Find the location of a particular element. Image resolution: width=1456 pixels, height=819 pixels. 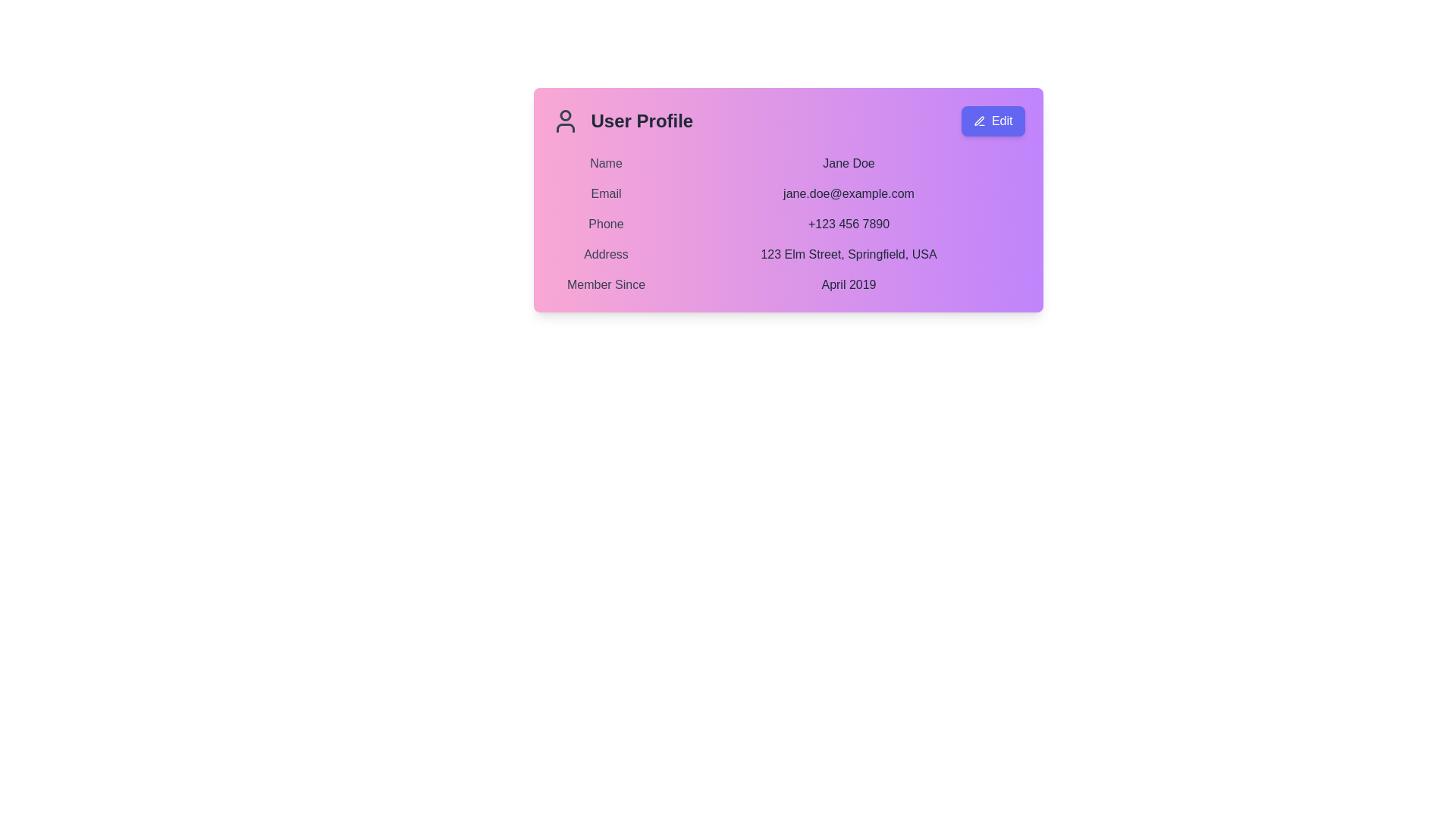

the static text display showing the user's email address, located in the second column to the right of the 'Email' label is located at coordinates (848, 193).